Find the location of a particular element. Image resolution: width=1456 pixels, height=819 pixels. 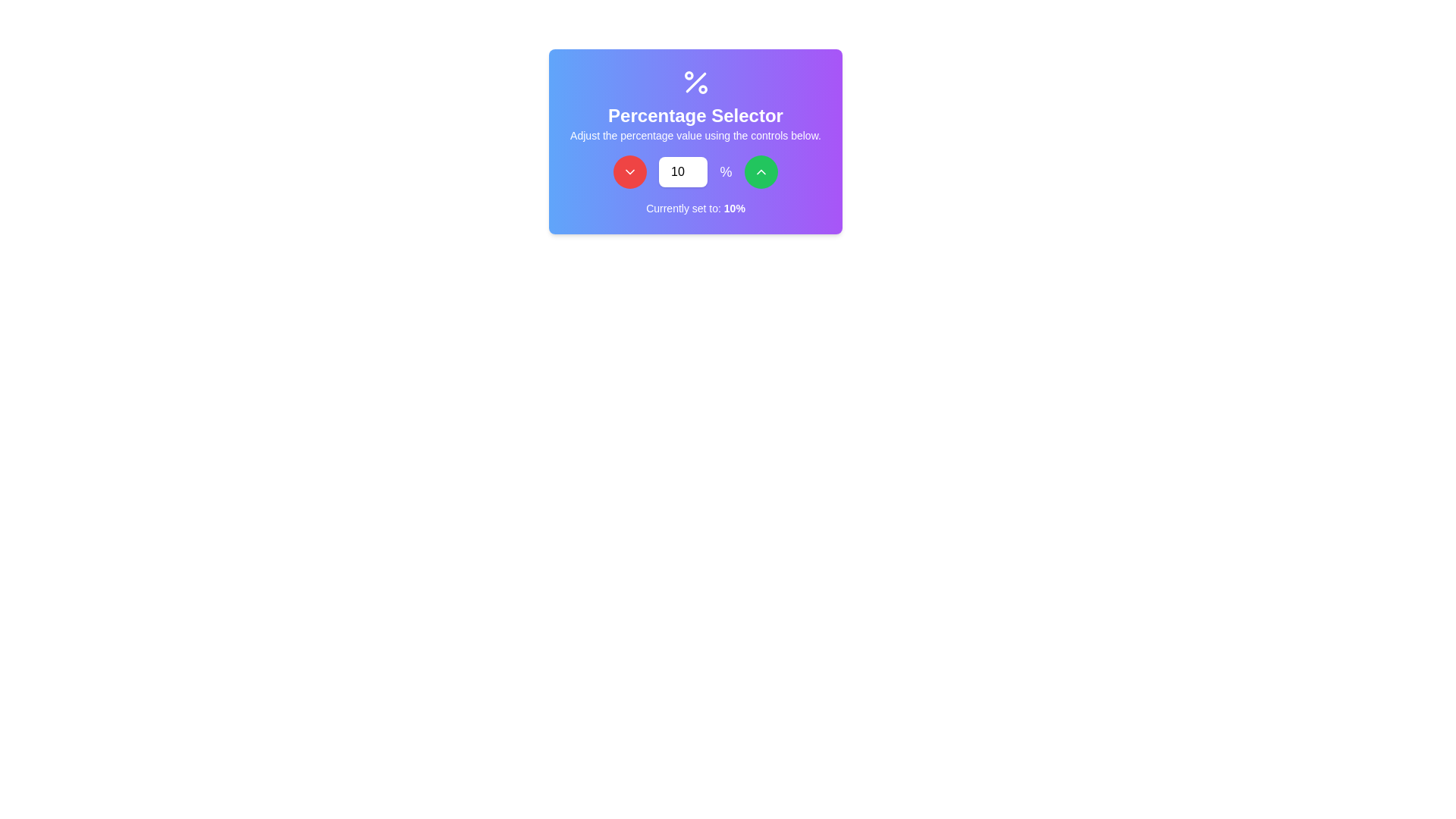

the downward arrow icon within the red circular button to decrement the value is located at coordinates (630, 171).